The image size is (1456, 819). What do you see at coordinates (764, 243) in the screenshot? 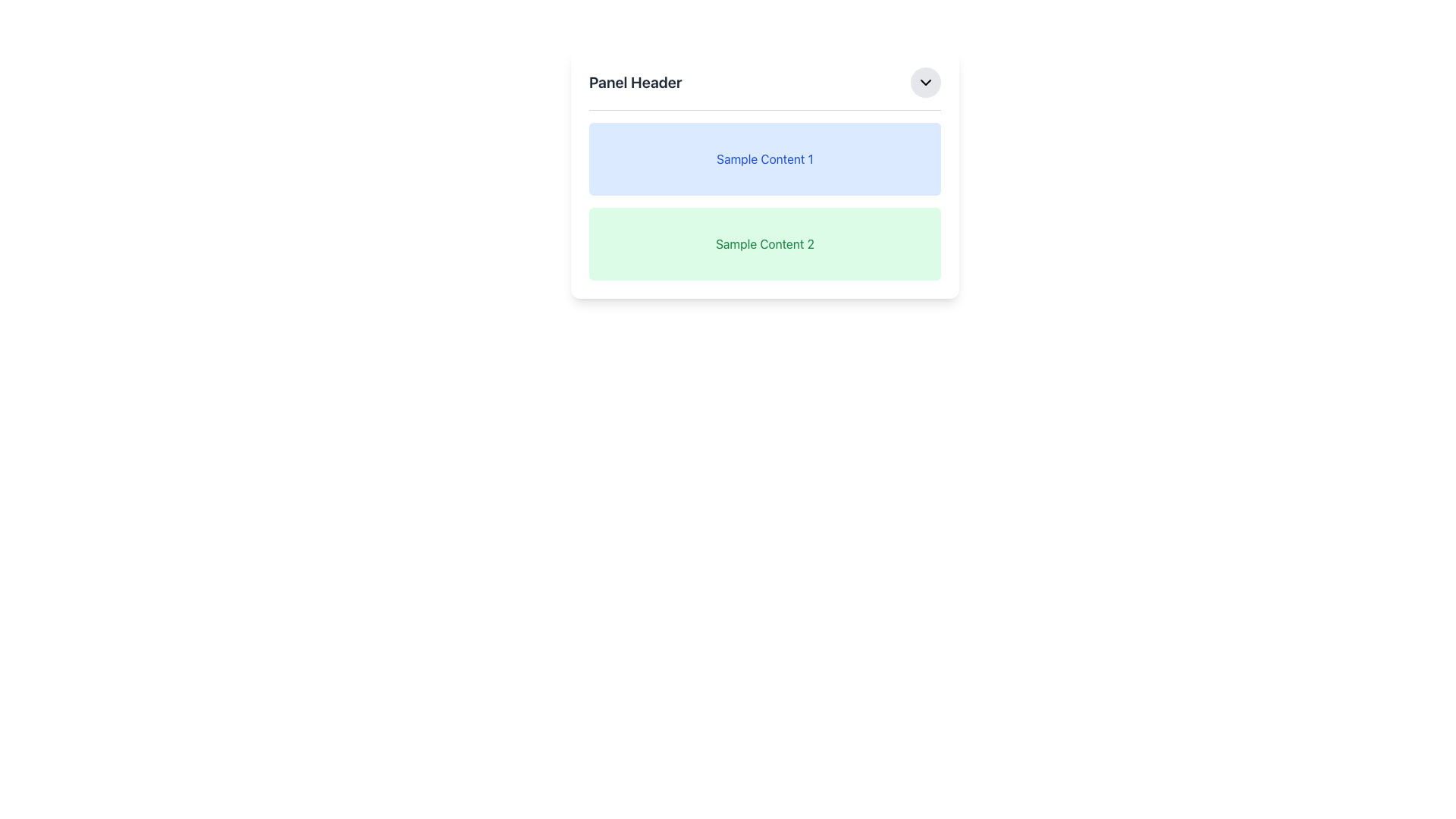
I see `the Static Content Box with a light green background and centered text 'Sample Content 2', positioned below 'Sample Content 1'` at bounding box center [764, 243].